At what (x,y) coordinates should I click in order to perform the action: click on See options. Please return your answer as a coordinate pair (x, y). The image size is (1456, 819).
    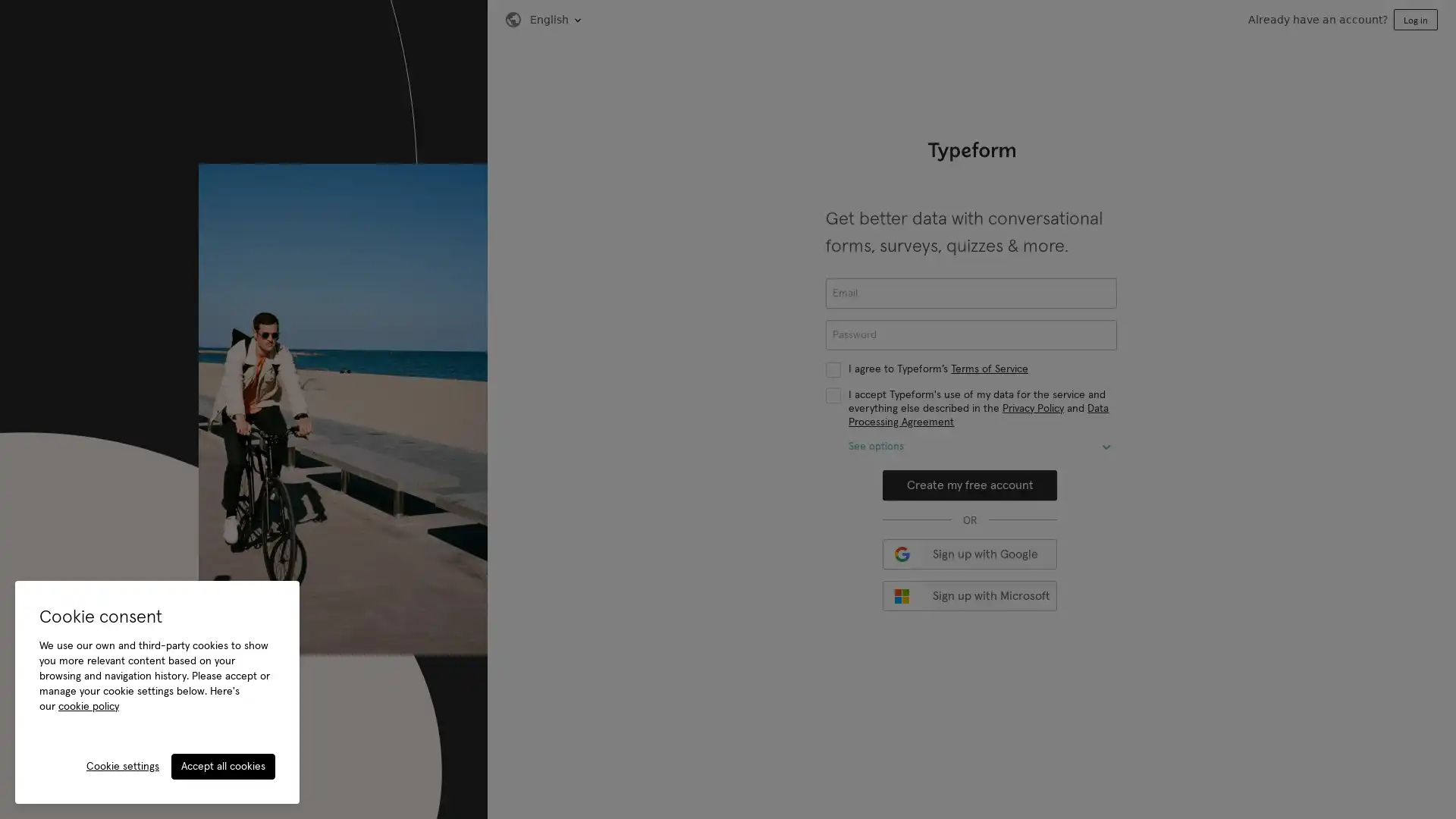
    Looking at the image, I should click on (1106, 447).